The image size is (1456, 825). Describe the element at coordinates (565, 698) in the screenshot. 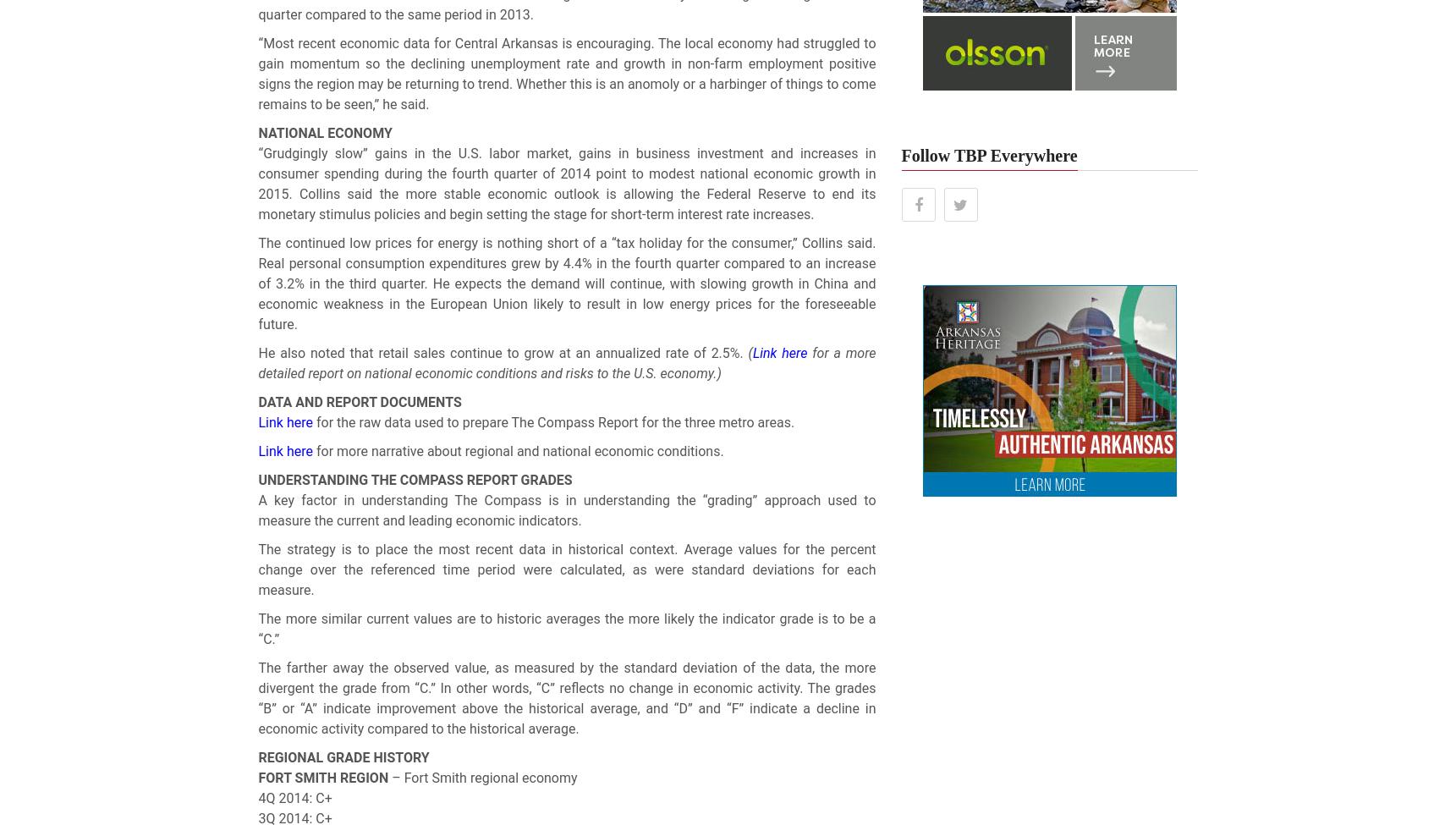

I see `'The farther away the observed value, as measured by the standard deviation of the data, the more divergent the grade from “C.” In other words, “C” reflects no change in economic activity. The grades “B” or “A” indicate improvement above the historical average, and “D” and “F” indicate a decline in economic activity compared to the historical average.'` at that location.